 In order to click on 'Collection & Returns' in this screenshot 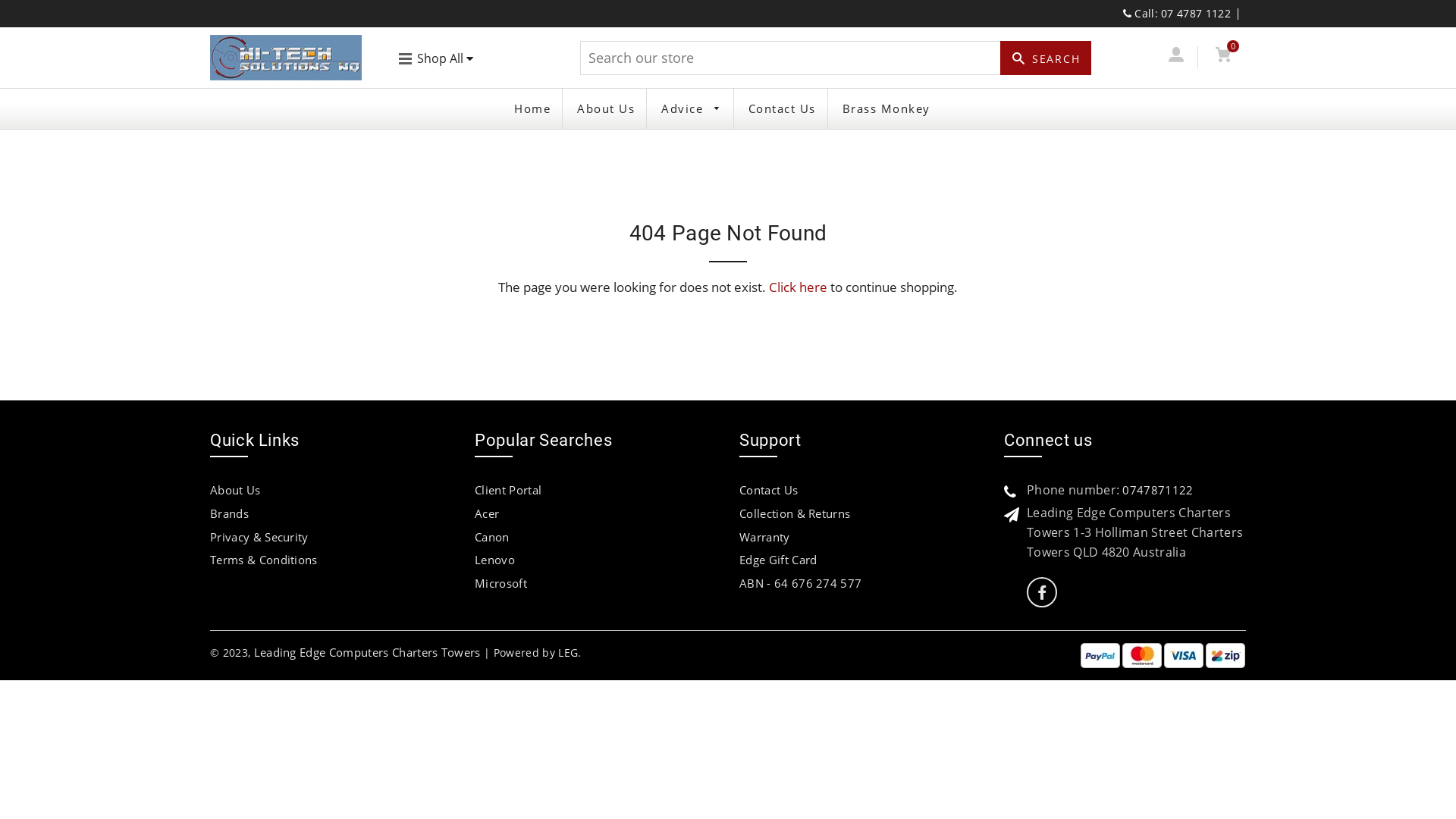, I will do `click(739, 513)`.